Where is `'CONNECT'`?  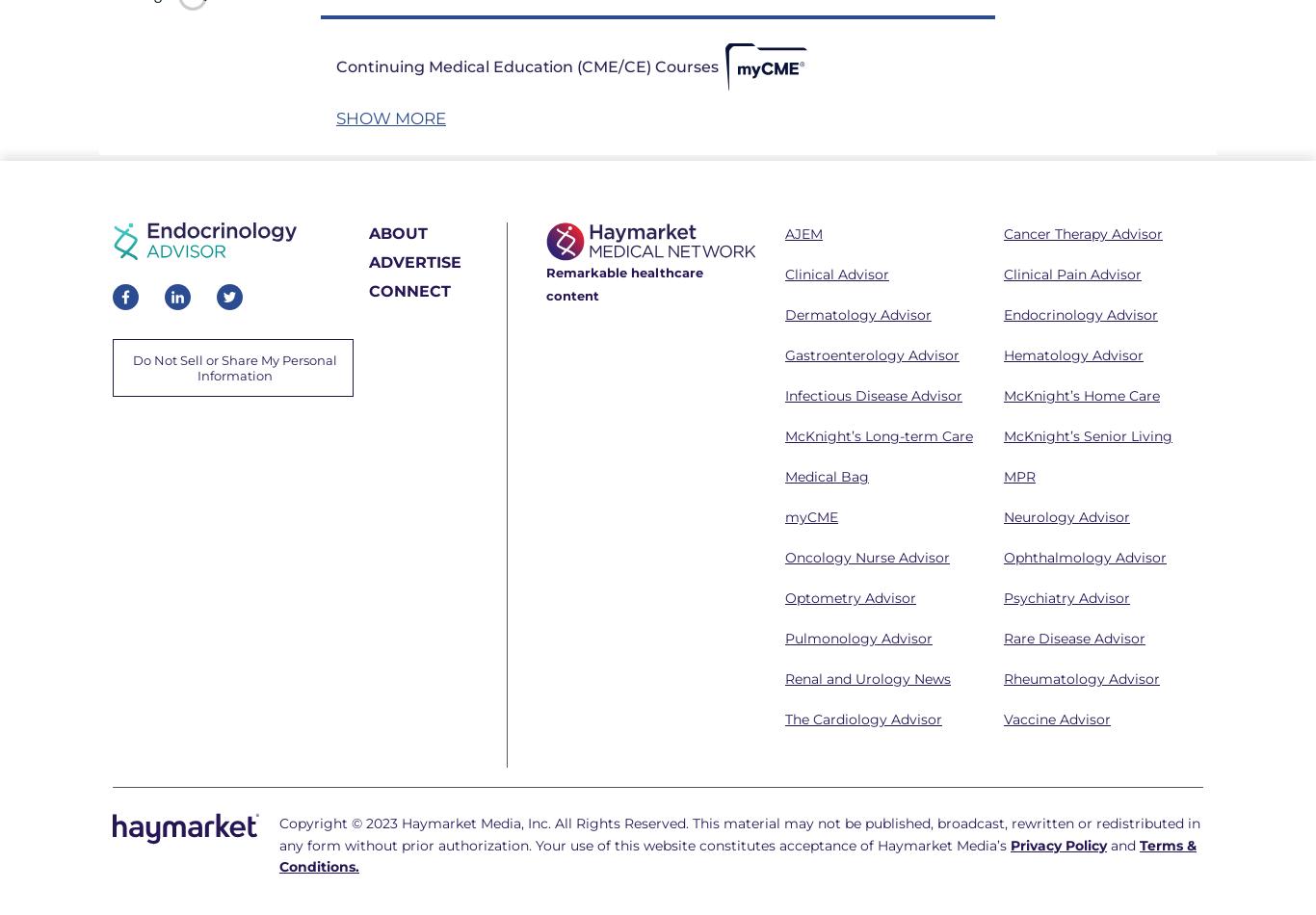 'CONNECT' is located at coordinates (368, 290).